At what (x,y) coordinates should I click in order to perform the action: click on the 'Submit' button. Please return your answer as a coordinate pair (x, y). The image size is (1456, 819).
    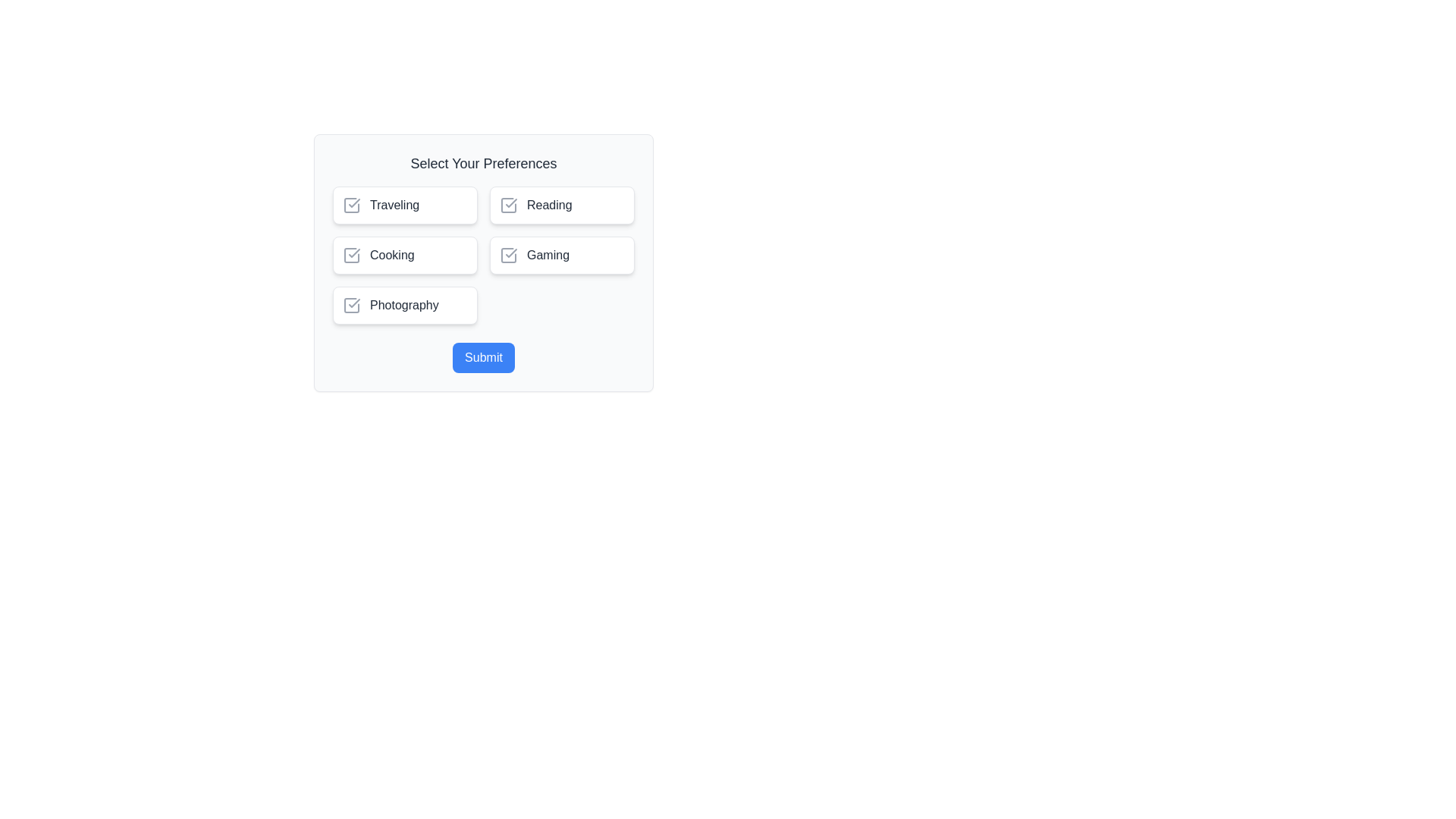
    Looking at the image, I should click on (483, 357).